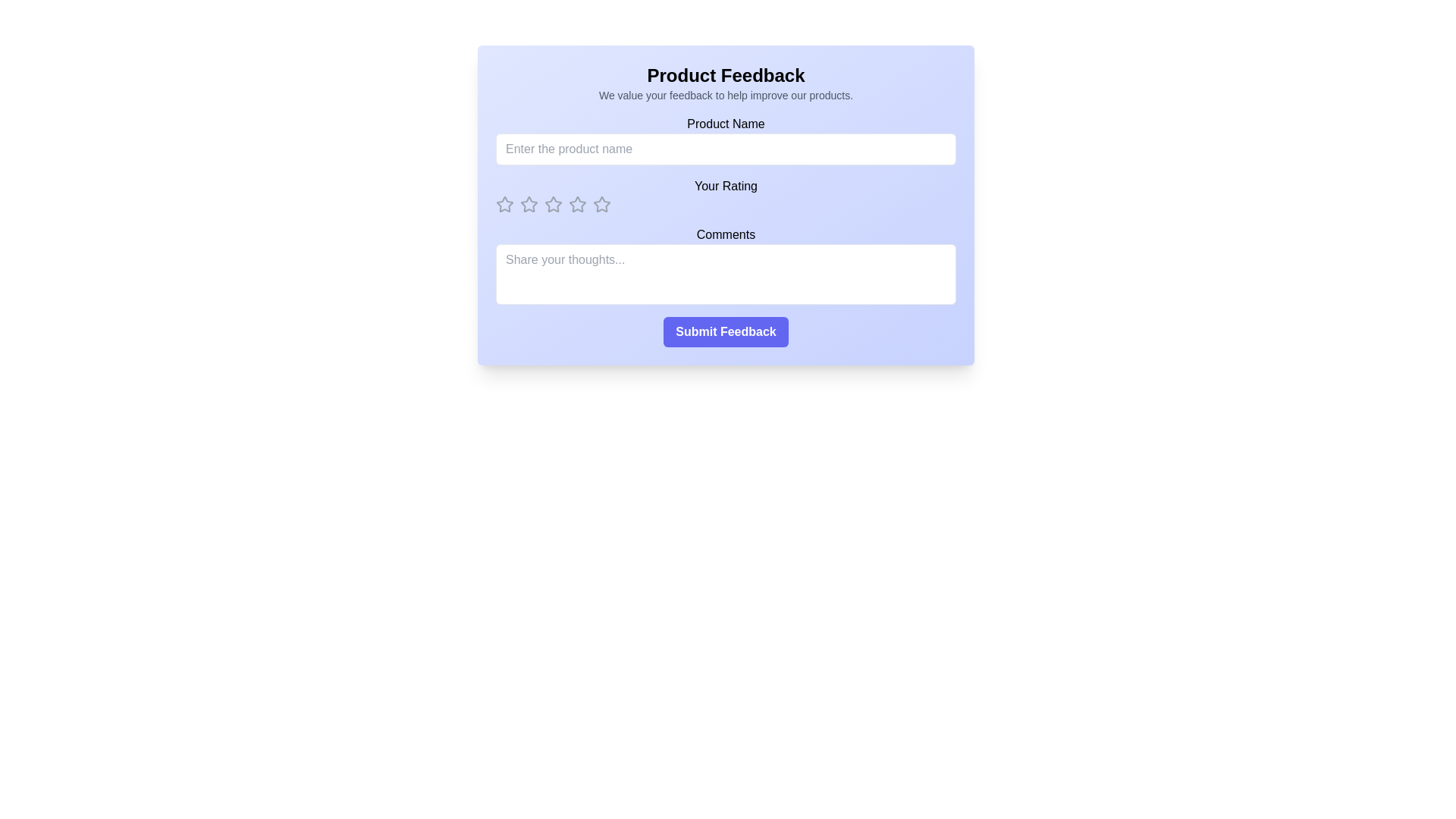 The image size is (1456, 819). What do you see at coordinates (529, 203) in the screenshot?
I see `the second star-shaped icon with a gray outline under the 'Your Rating' label to rate it` at bounding box center [529, 203].